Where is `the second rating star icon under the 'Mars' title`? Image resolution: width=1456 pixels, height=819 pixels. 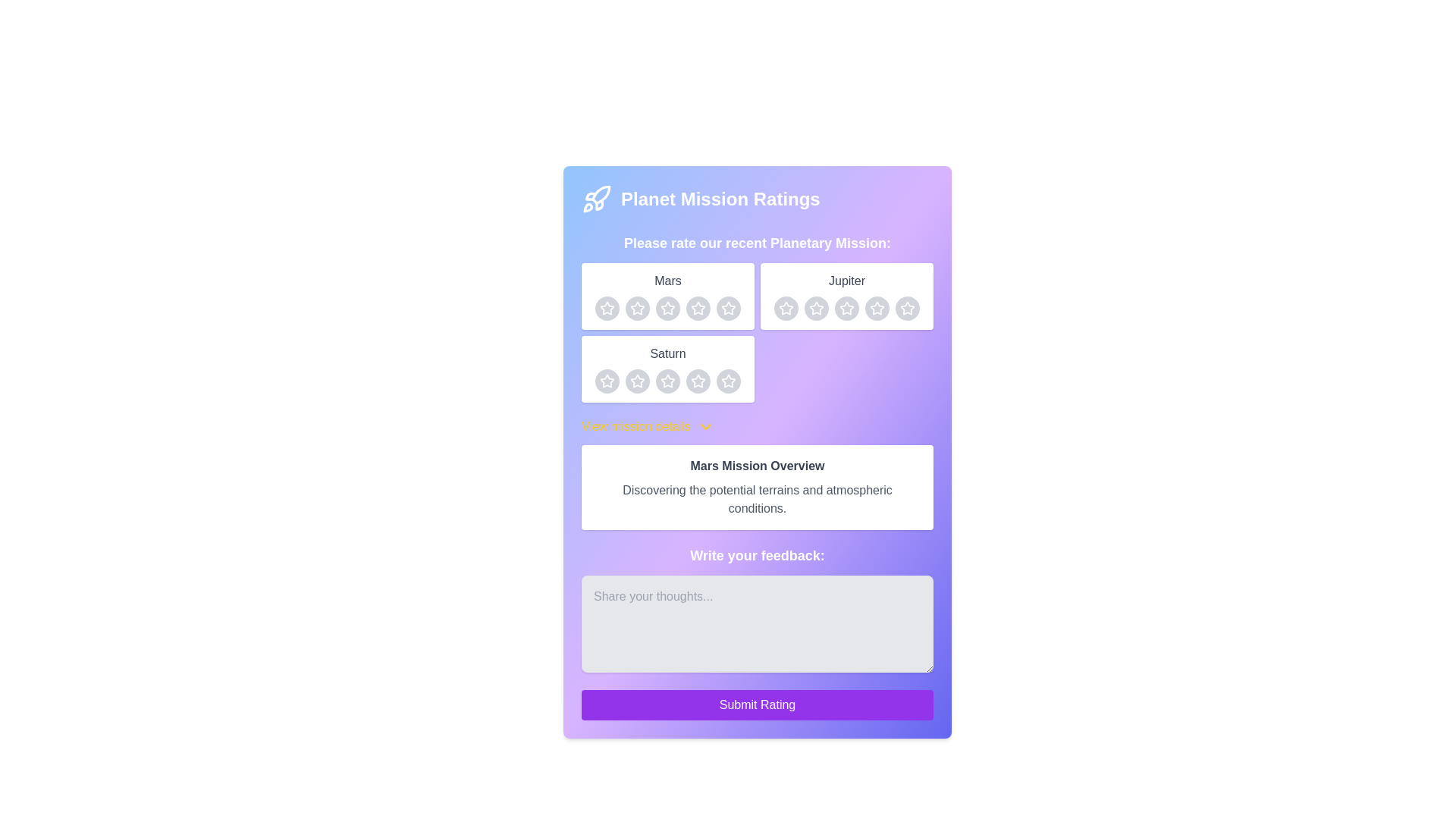
the second rating star icon under the 'Mars' title is located at coordinates (667, 307).